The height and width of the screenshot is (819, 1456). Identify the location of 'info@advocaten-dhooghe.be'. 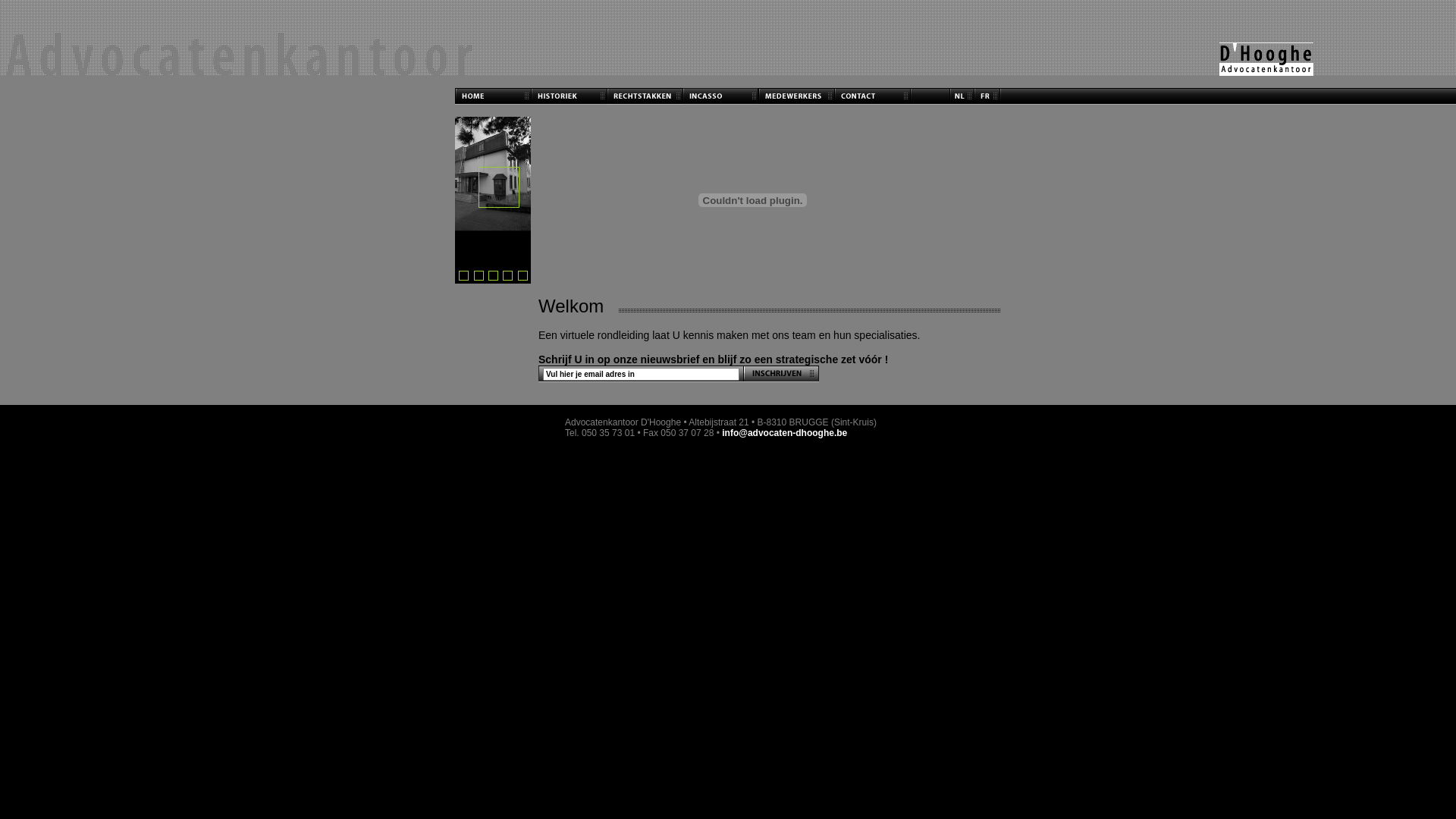
(720, 432).